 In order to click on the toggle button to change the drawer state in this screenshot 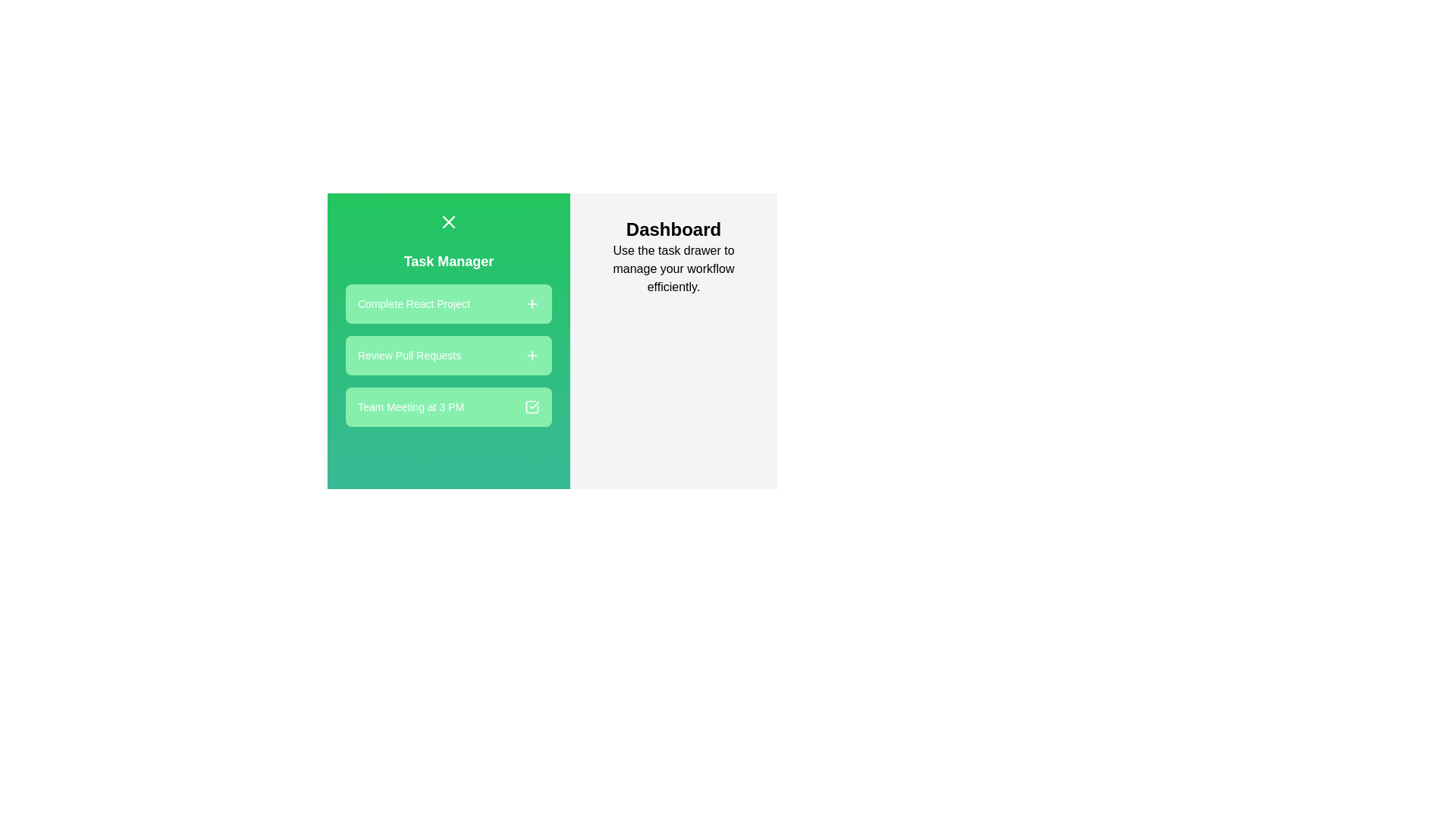, I will do `click(447, 222)`.